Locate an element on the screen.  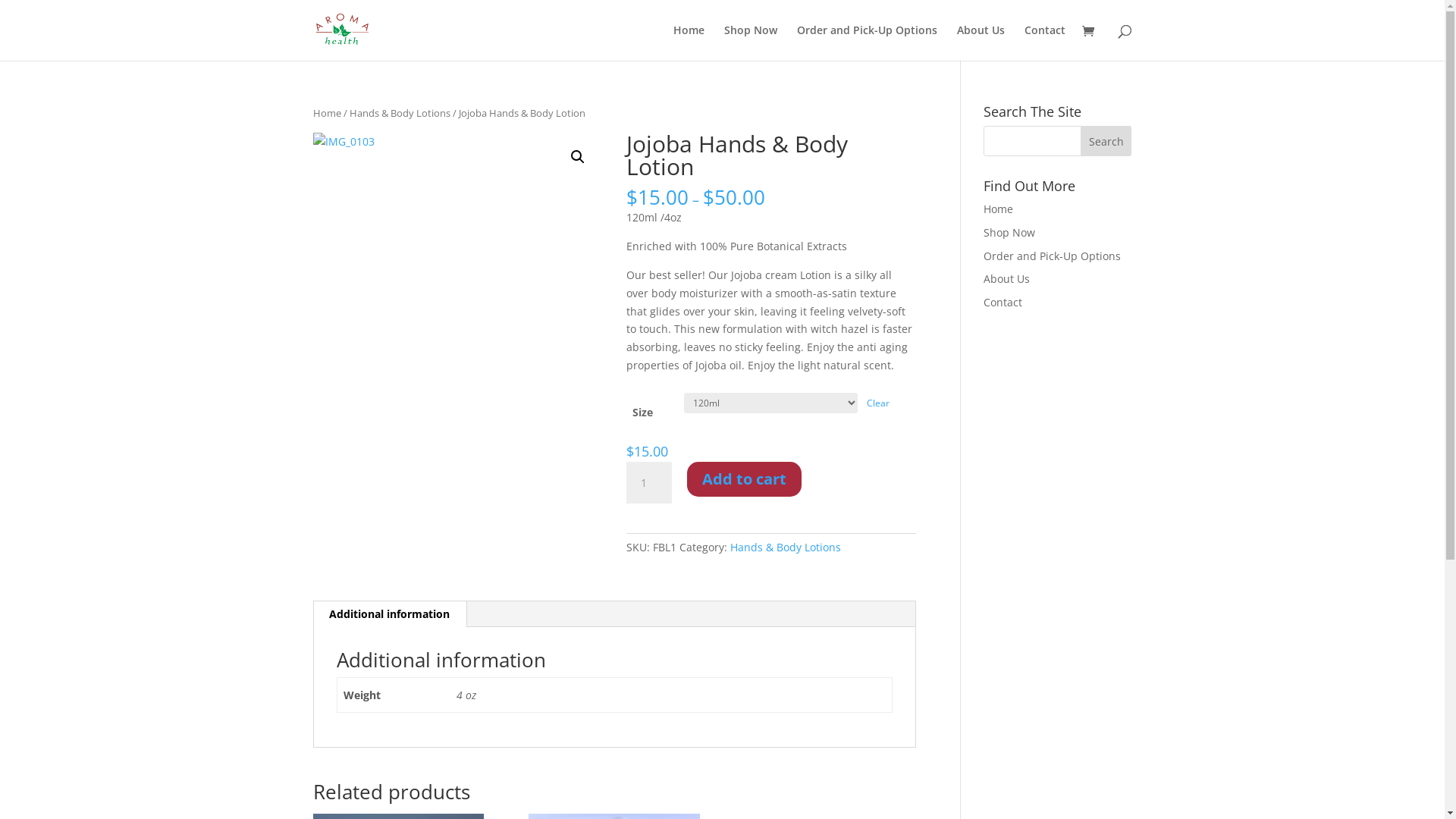
'Add to cart' is located at coordinates (744, 479).